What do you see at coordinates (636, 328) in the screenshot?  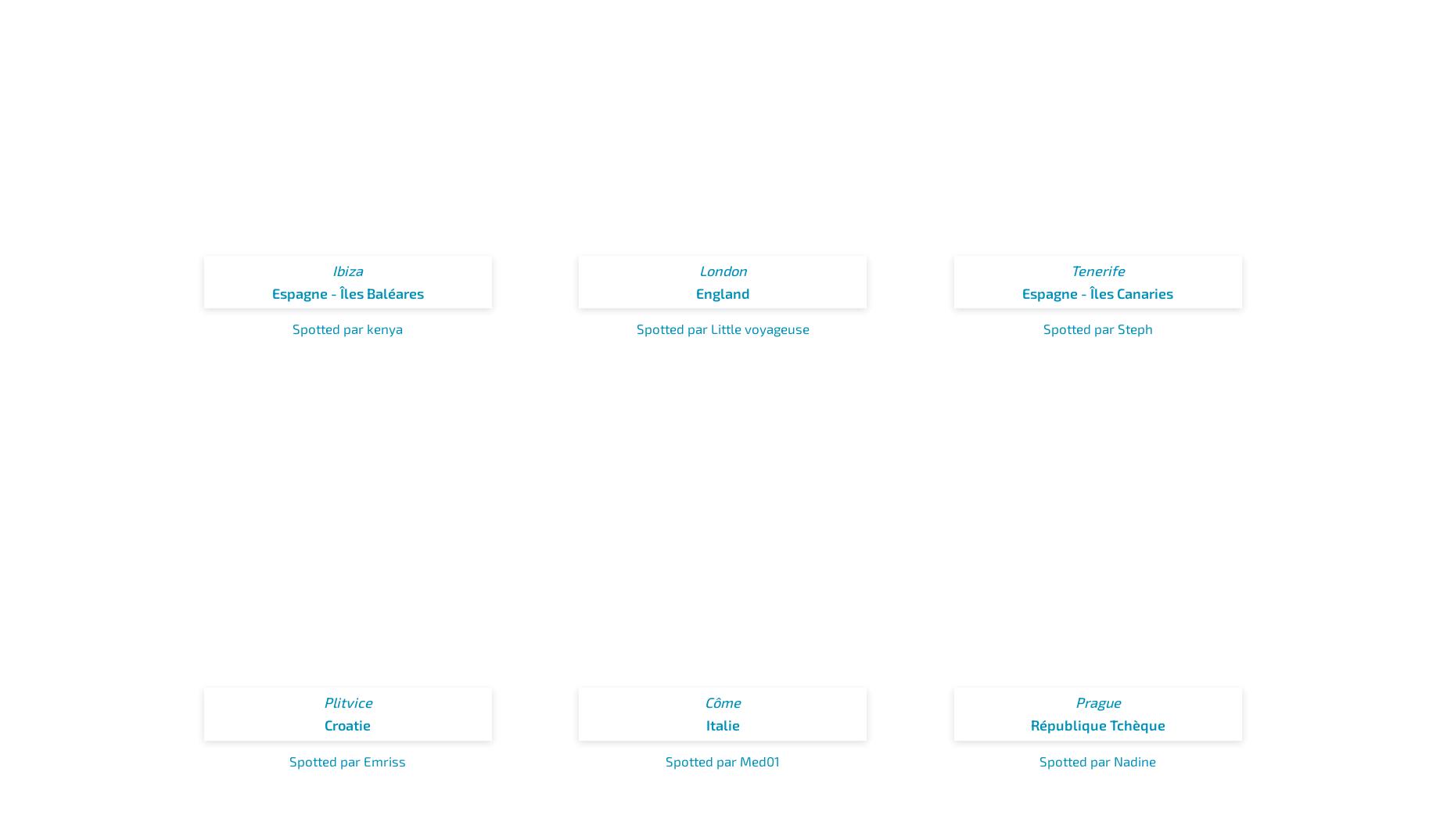 I see `'Spotted par Little voyageuse'` at bounding box center [636, 328].